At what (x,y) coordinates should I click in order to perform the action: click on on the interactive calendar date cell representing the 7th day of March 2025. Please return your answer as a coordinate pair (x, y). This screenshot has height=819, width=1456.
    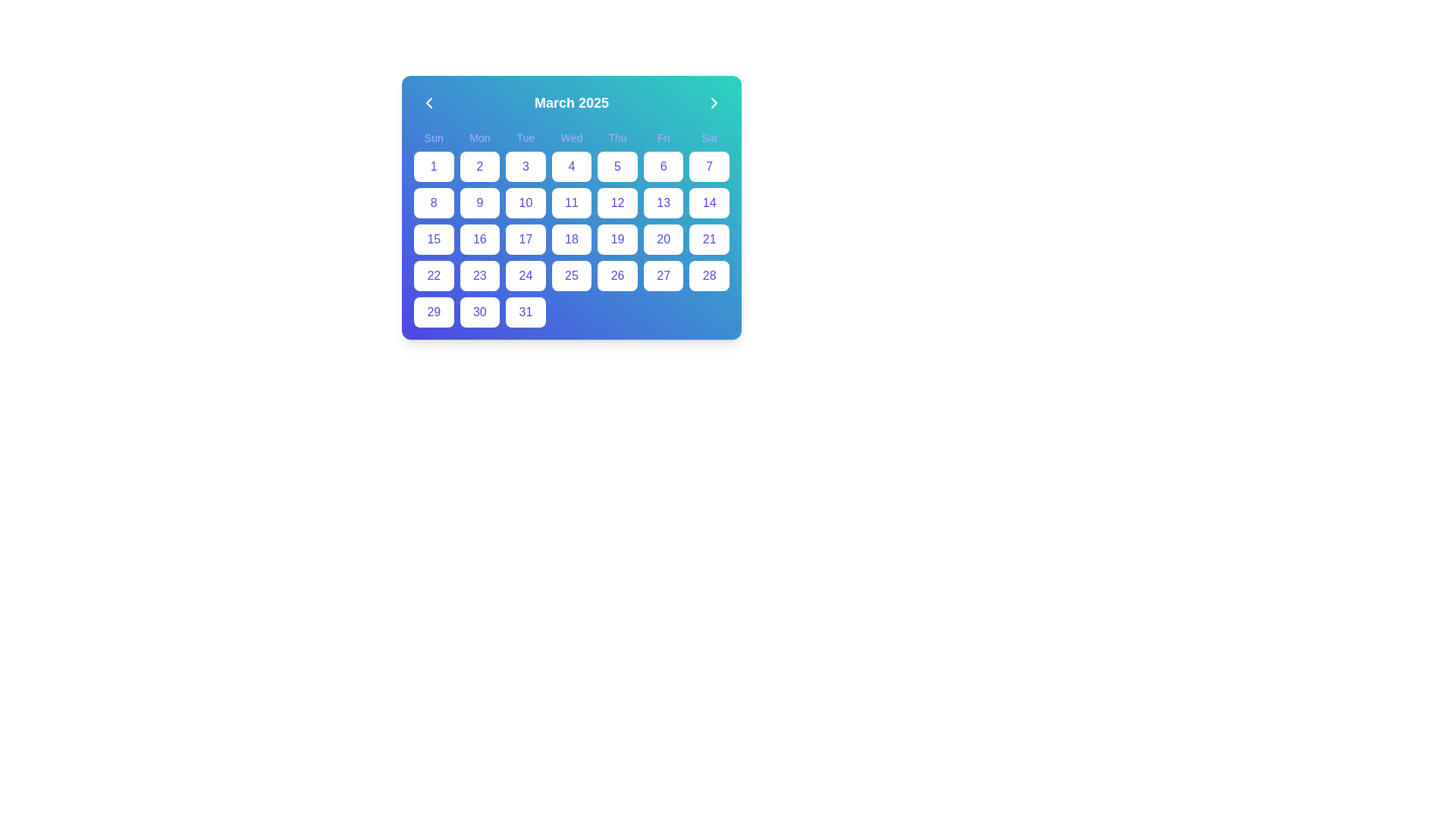
    Looking at the image, I should click on (708, 166).